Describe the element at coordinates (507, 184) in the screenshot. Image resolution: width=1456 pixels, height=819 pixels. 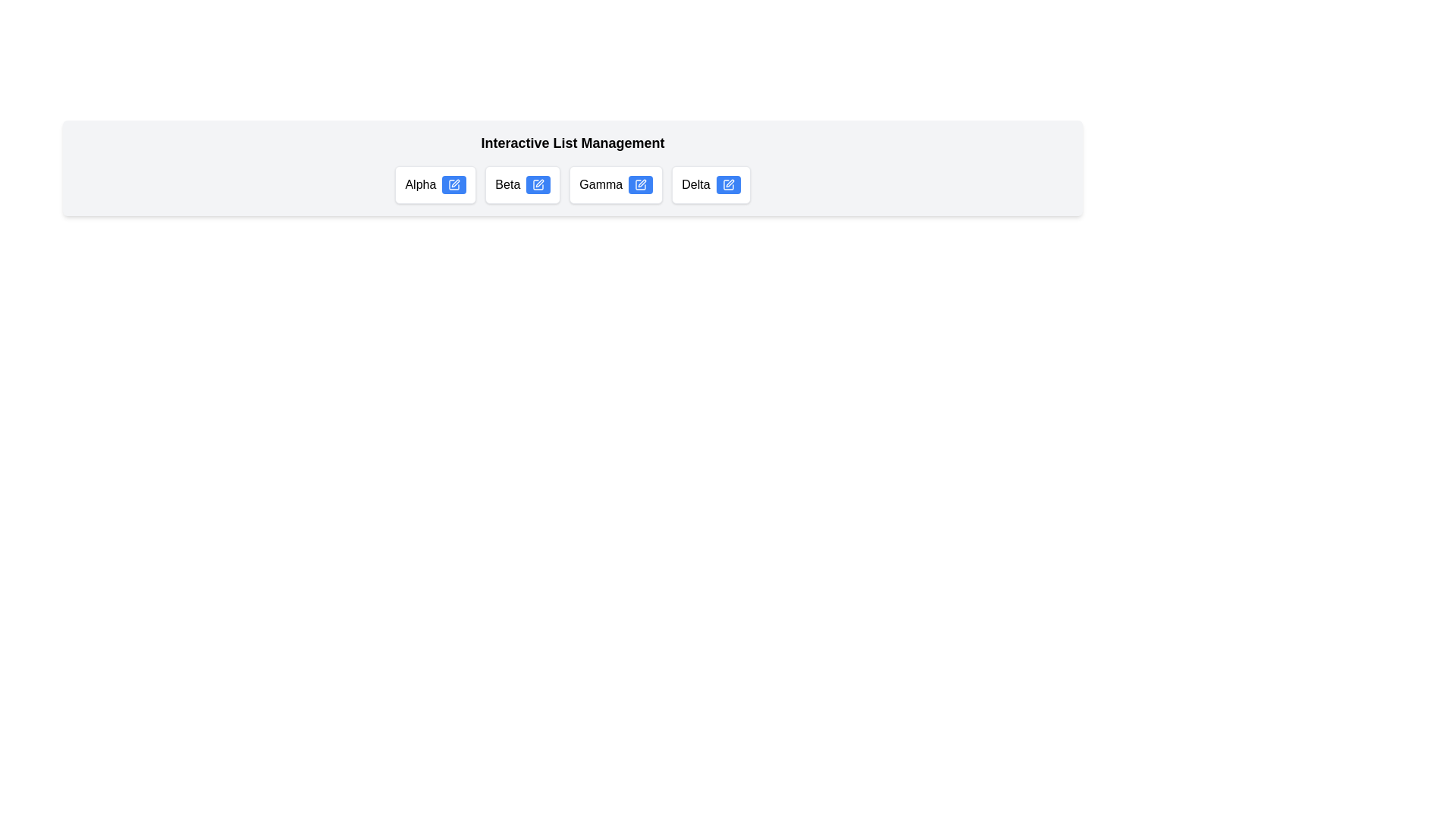
I see `the static text label displaying 'Beta' which is positioned within a card-like component, between 'Alpha' and 'Gamma'` at that location.